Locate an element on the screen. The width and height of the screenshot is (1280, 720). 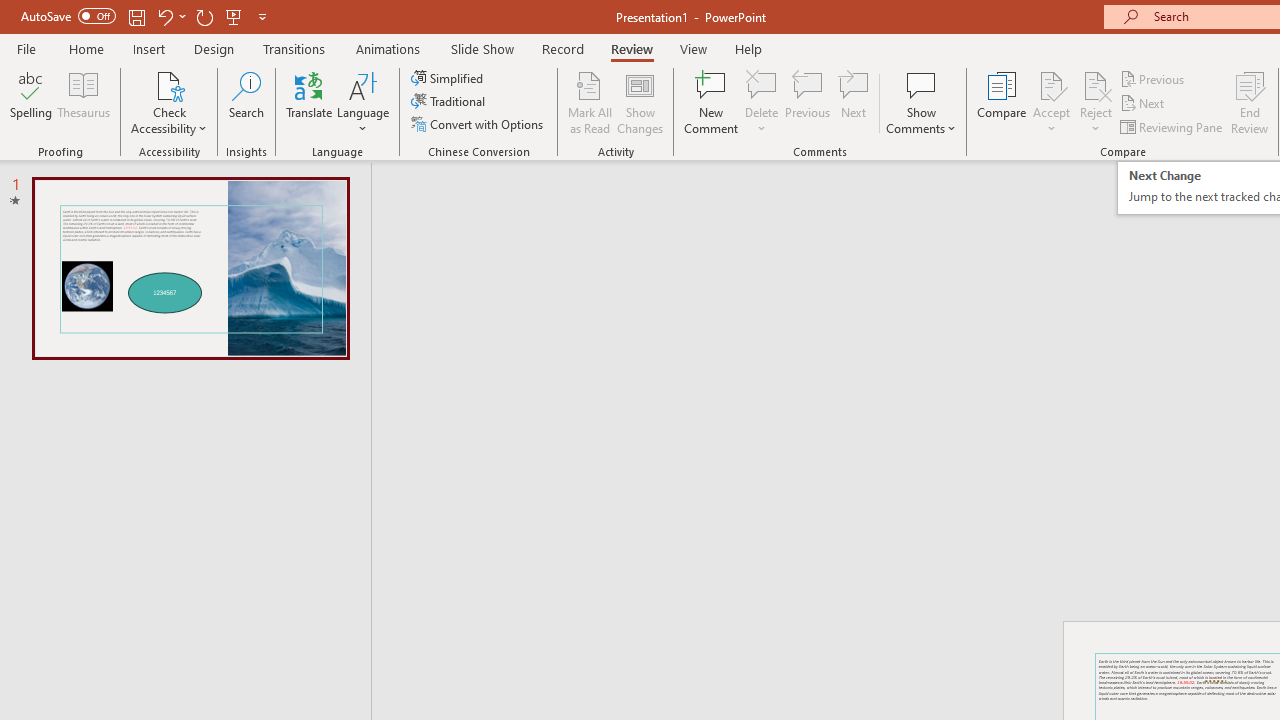
'Show Changes' is located at coordinates (640, 103).